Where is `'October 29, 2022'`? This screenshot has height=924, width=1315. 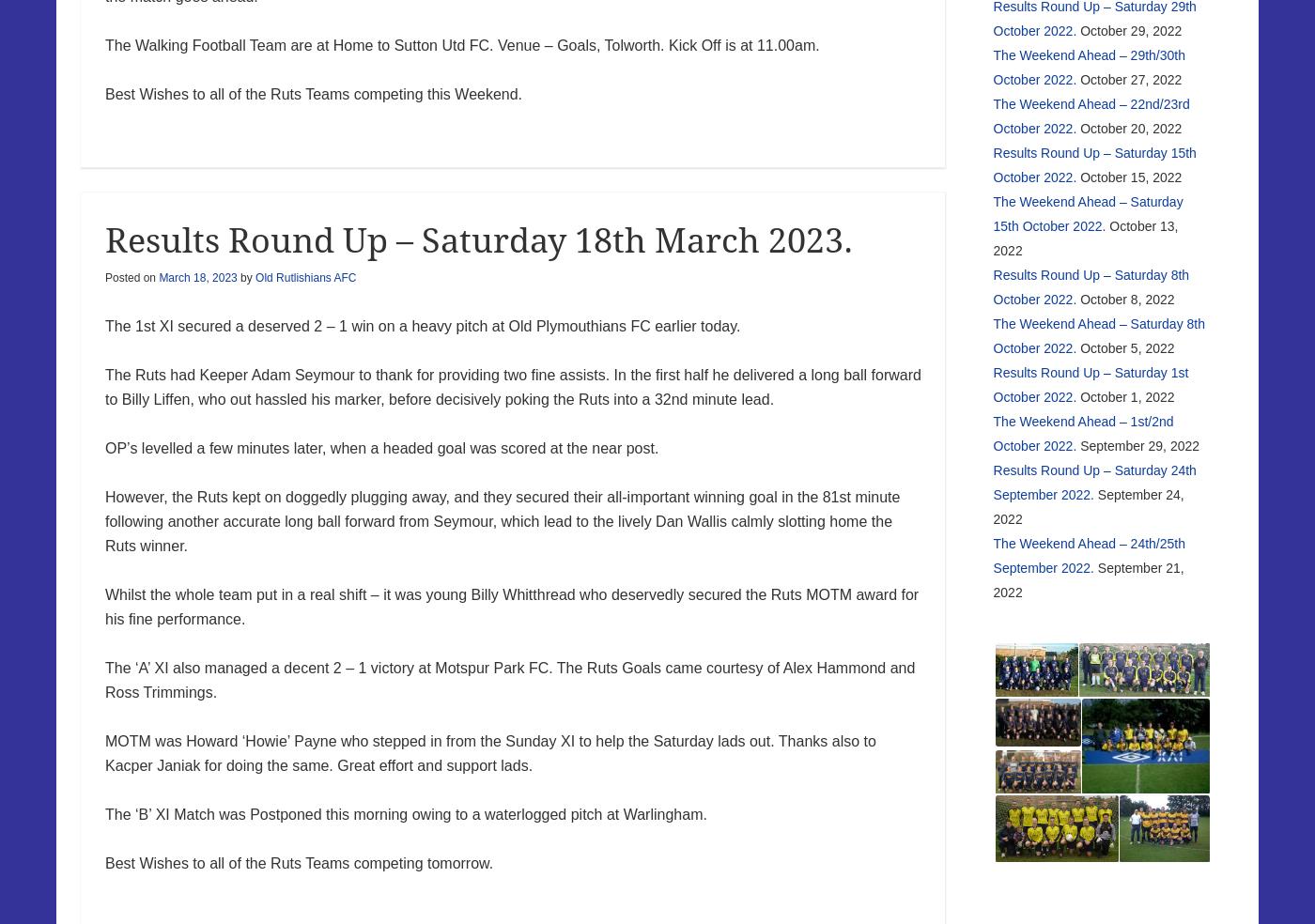 'October 29, 2022' is located at coordinates (1131, 28).